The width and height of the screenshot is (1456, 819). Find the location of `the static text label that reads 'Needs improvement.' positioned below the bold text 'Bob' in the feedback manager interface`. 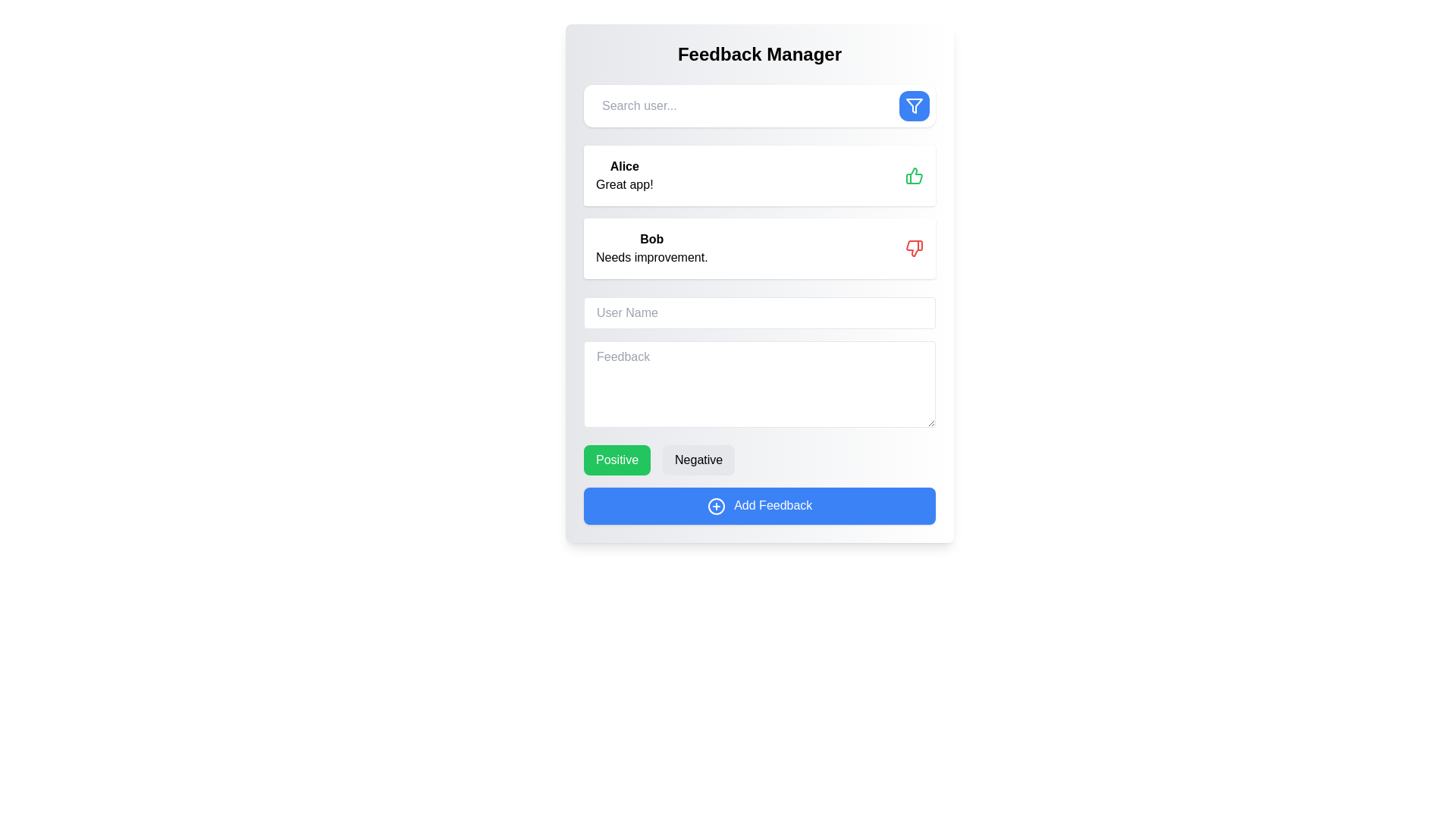

the static text label that reads 'Needs improvement.' positioned below the bold text 'Bob' in the feedback manager interface is located at coordinates (651, 256).